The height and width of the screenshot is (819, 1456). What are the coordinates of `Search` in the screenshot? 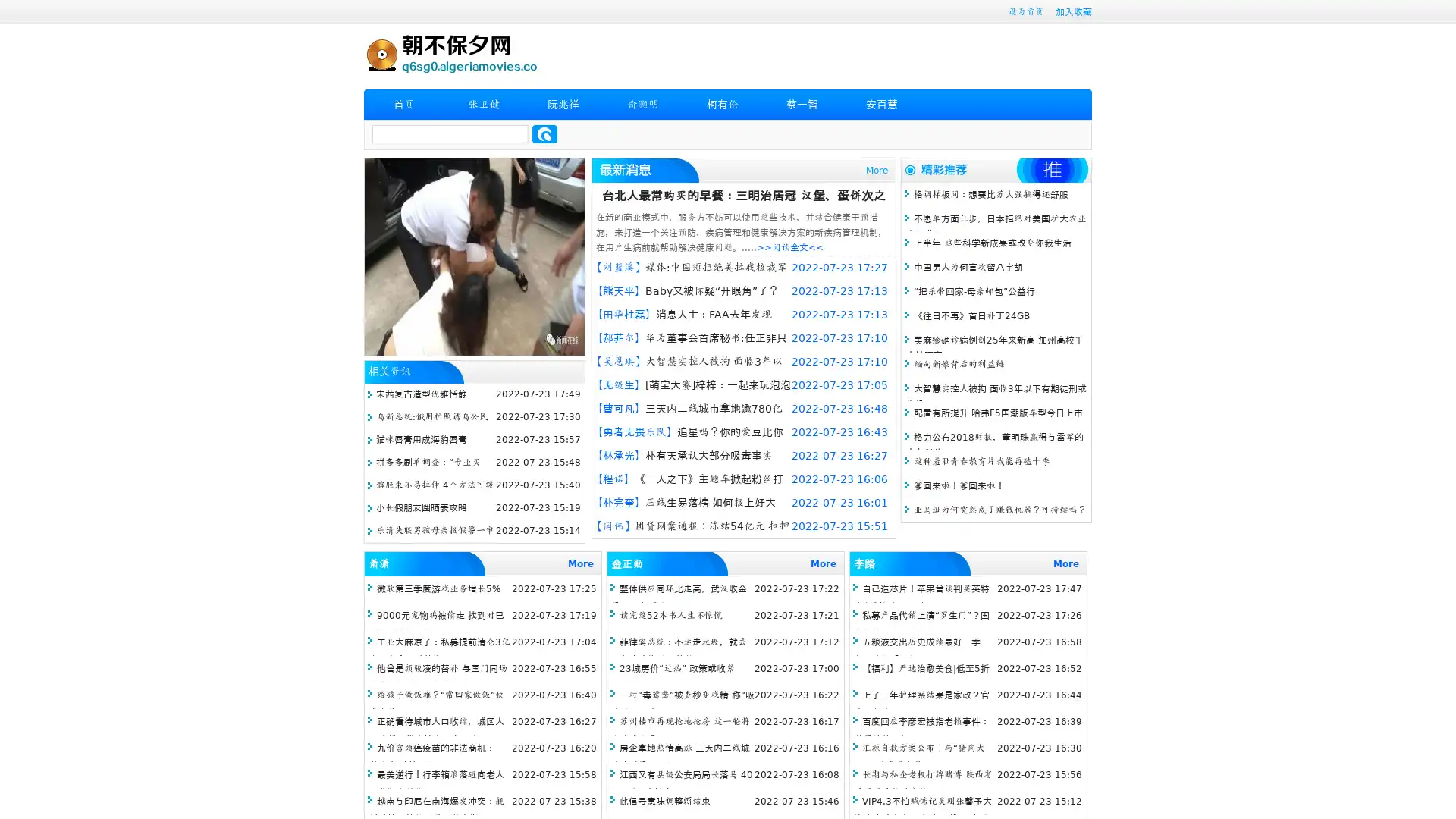 It's located at (544, 133).